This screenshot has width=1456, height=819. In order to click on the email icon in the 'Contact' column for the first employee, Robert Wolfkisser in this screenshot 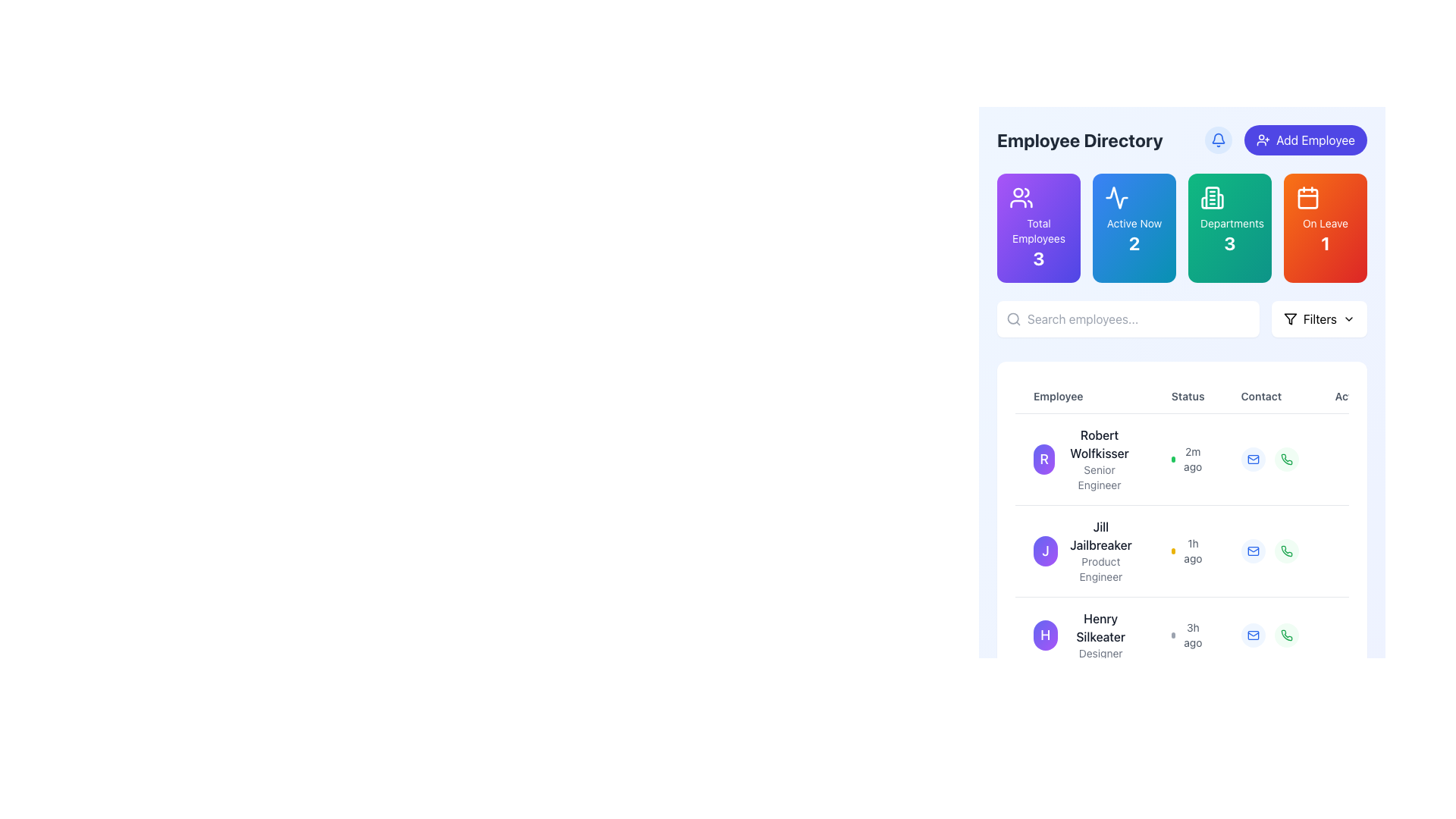, I will do `click(1253, 458)`.